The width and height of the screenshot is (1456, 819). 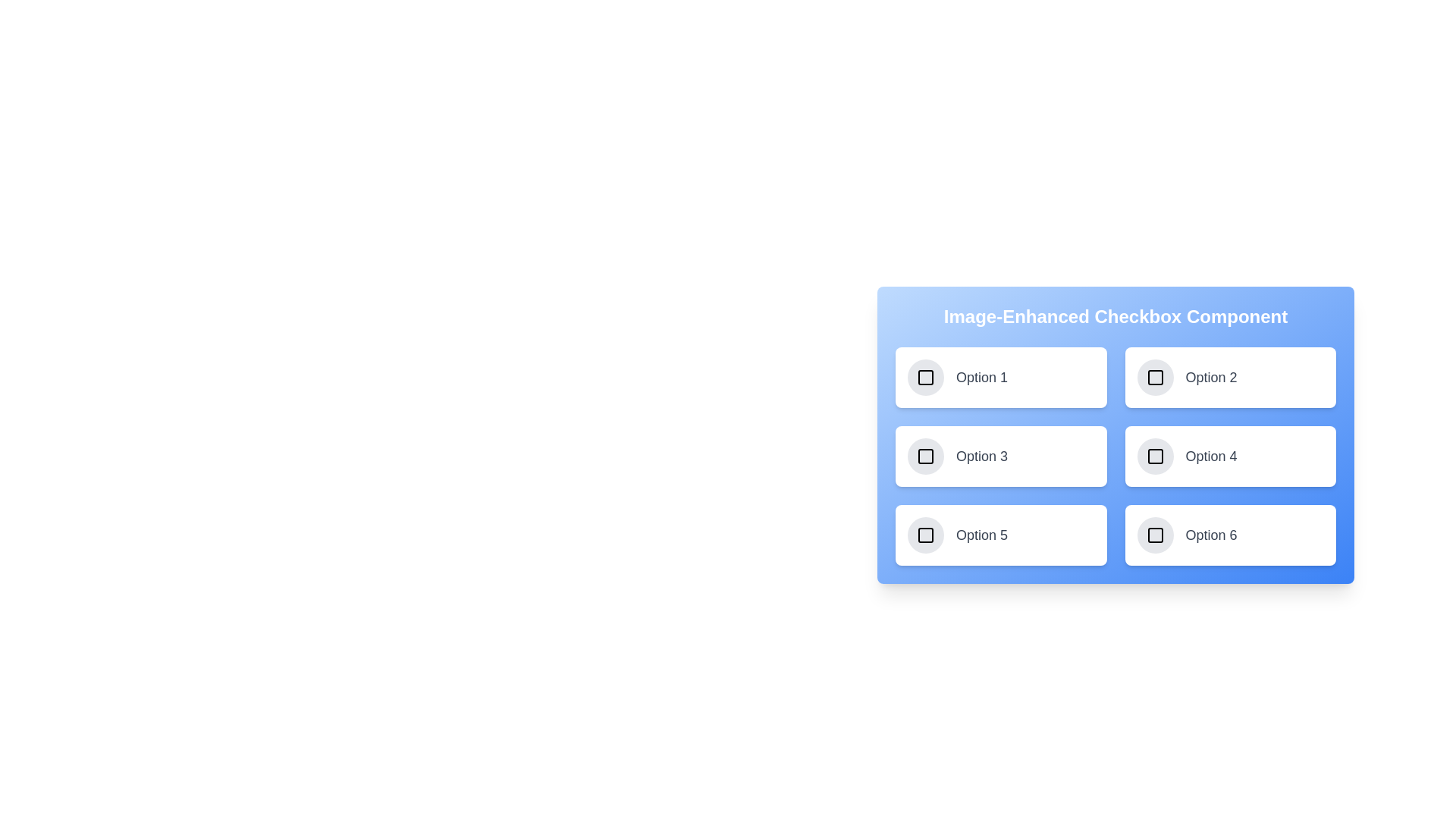 I want to click on the checkbox corresponding to 6, so click(x=1154, y=534).